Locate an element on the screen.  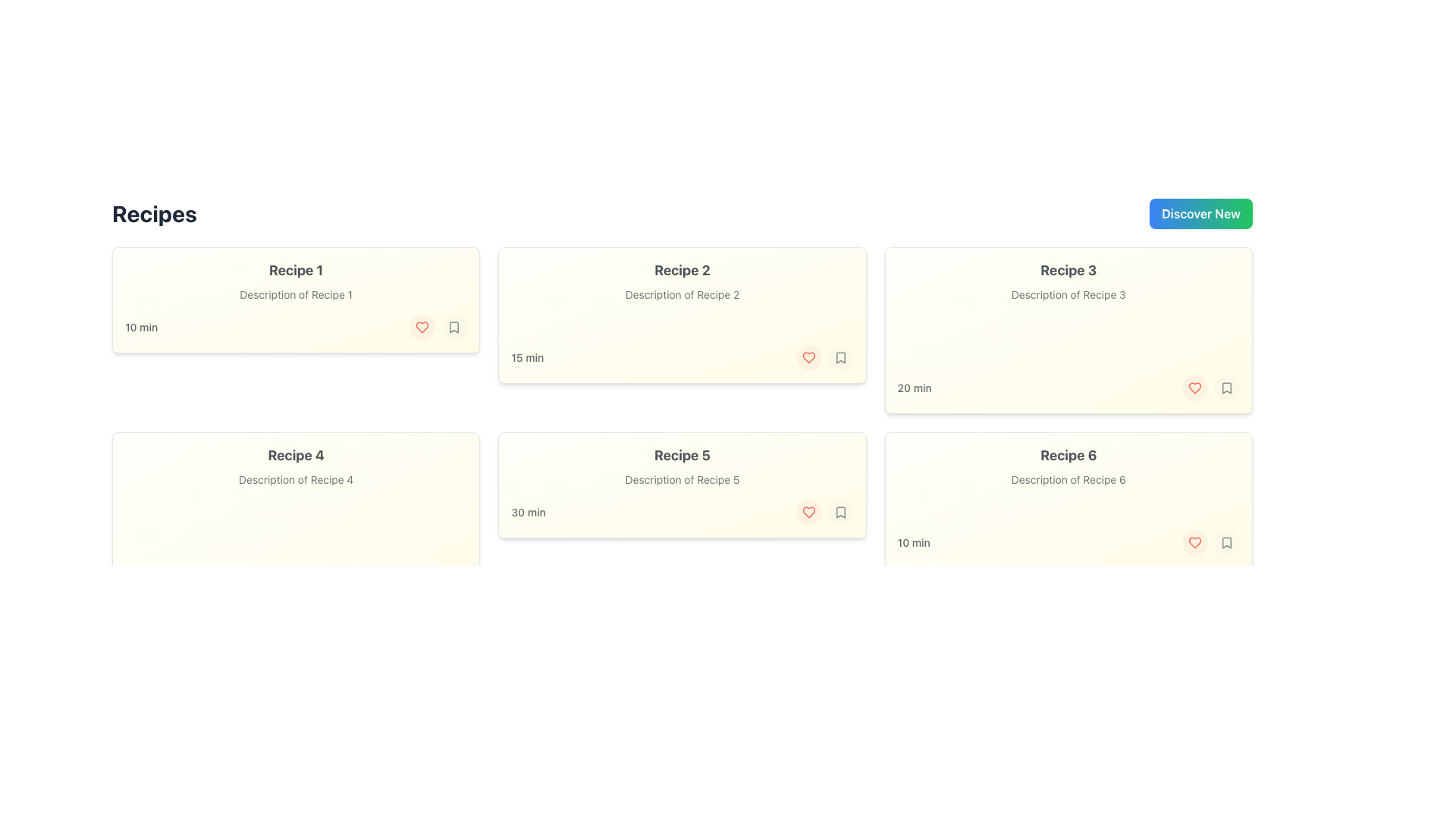
the circular button with a light gray background and a bookmark icon is located at coordinates (1226, 388).